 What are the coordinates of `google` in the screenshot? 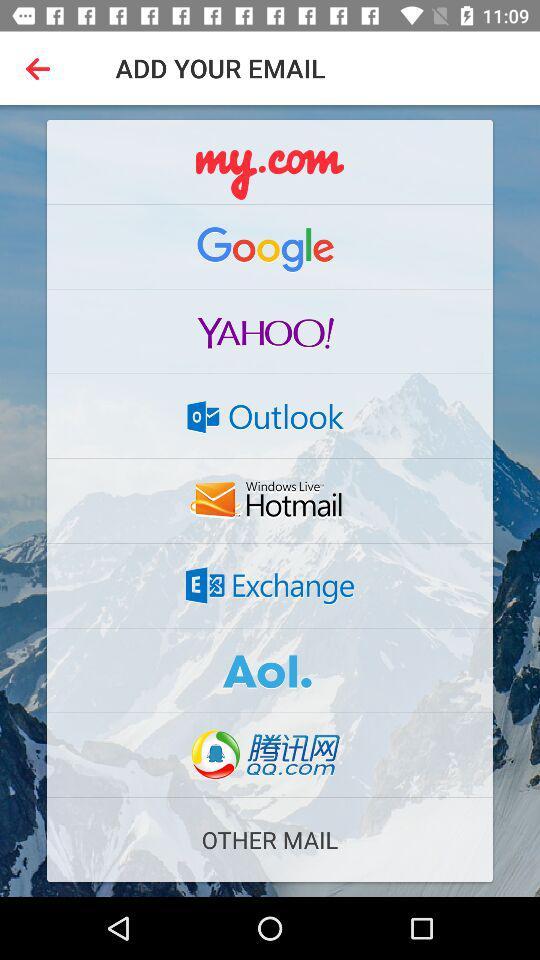 It's located at (270, 246).